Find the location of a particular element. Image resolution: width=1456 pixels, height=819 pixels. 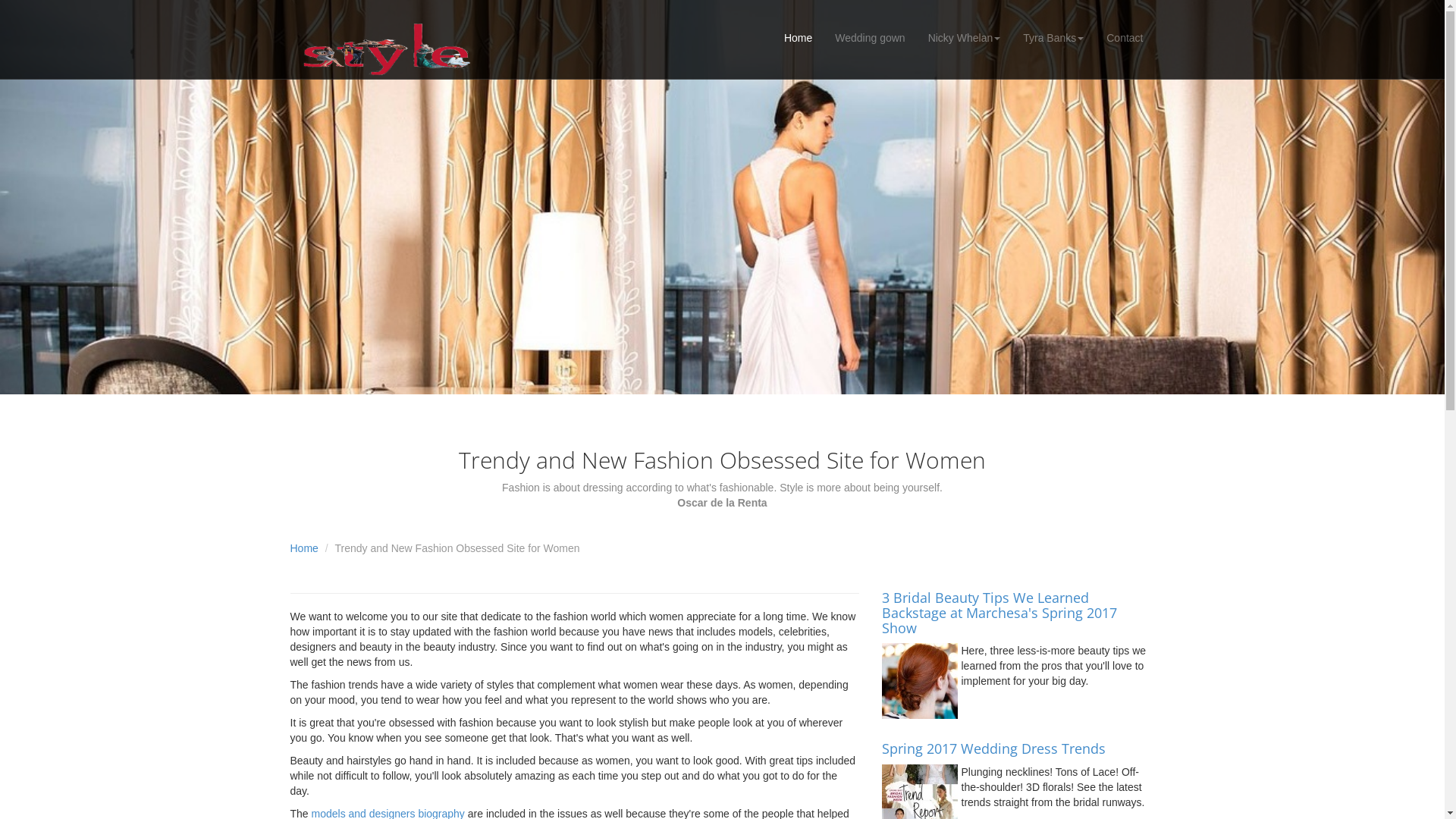

'Nicky Whelan' is located at coordinates (964, 37).